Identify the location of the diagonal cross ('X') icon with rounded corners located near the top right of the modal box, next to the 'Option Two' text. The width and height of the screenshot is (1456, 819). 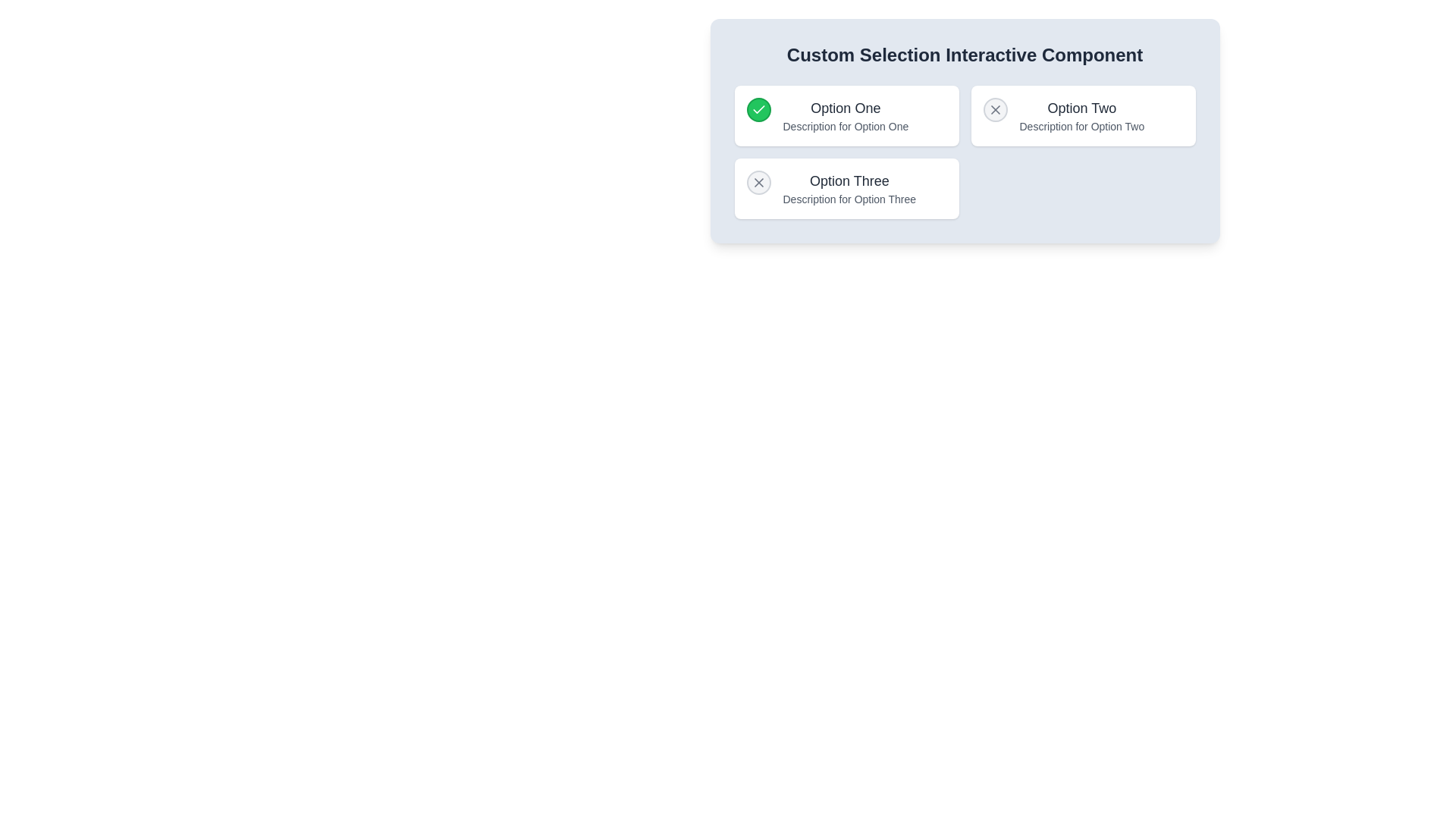
(758, 181).